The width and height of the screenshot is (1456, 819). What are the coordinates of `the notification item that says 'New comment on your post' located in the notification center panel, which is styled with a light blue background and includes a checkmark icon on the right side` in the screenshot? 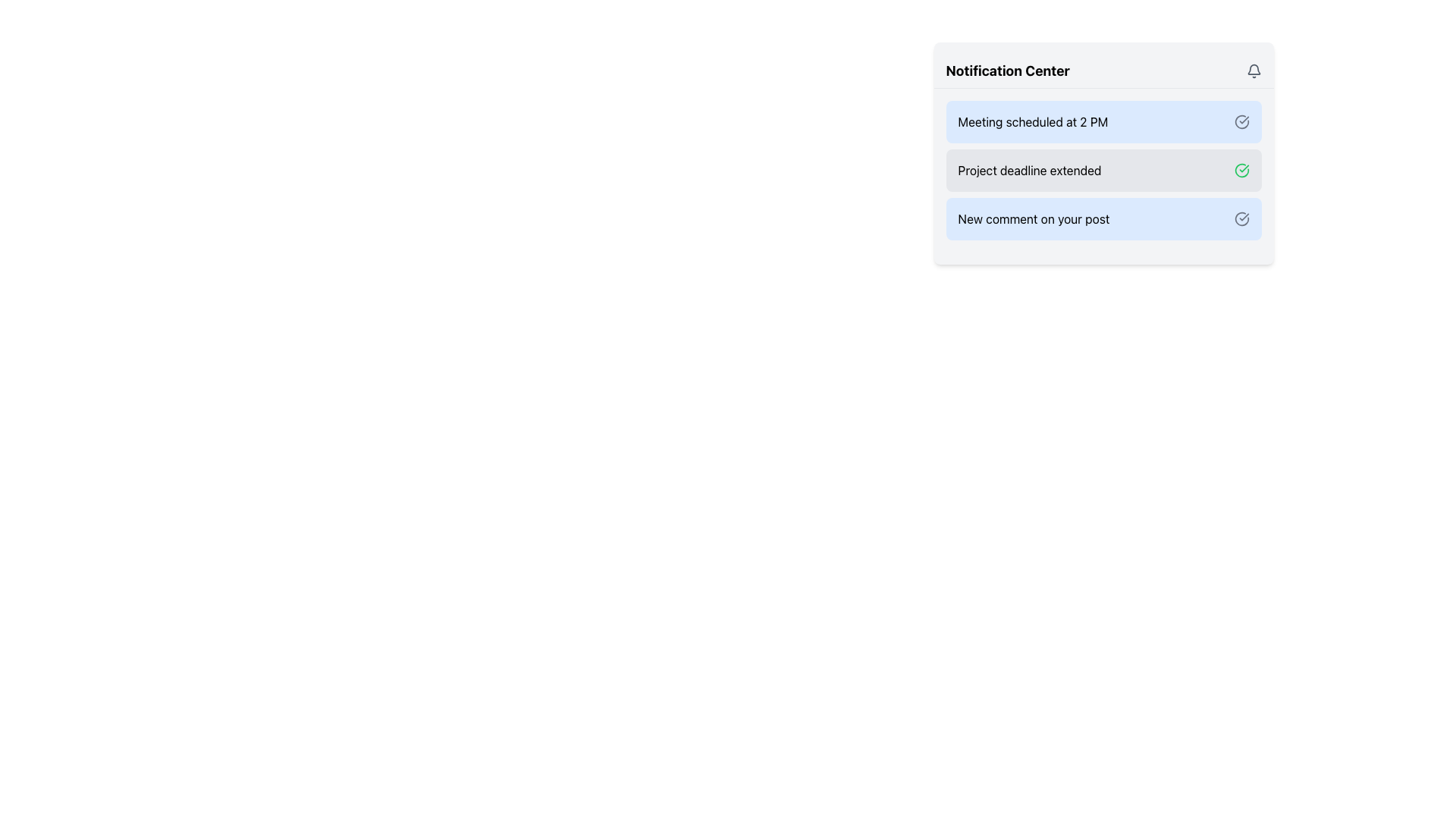 It's located at (1103, 219).